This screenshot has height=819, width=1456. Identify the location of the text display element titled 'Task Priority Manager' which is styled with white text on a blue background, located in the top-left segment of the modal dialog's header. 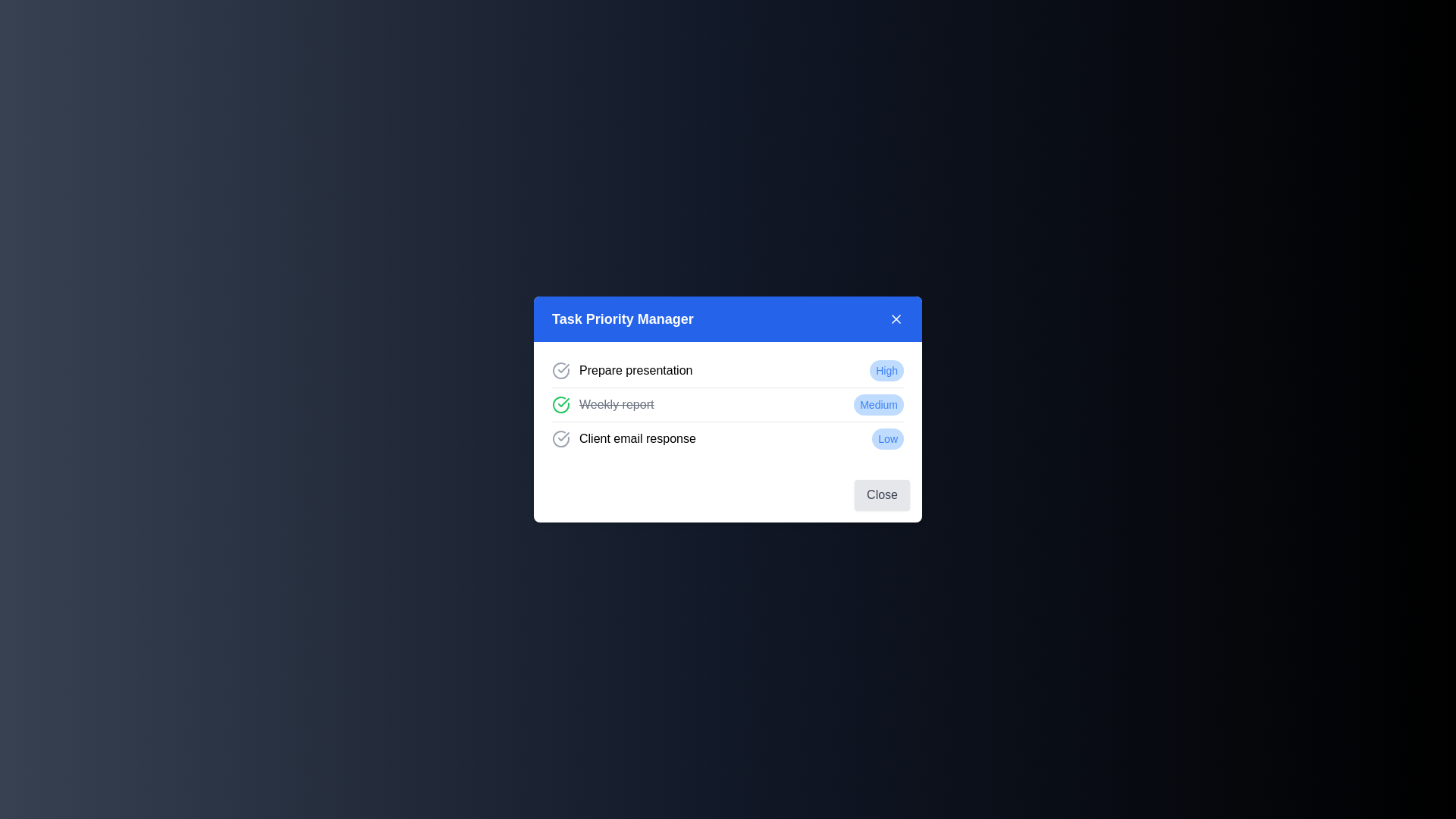
(623, 318).